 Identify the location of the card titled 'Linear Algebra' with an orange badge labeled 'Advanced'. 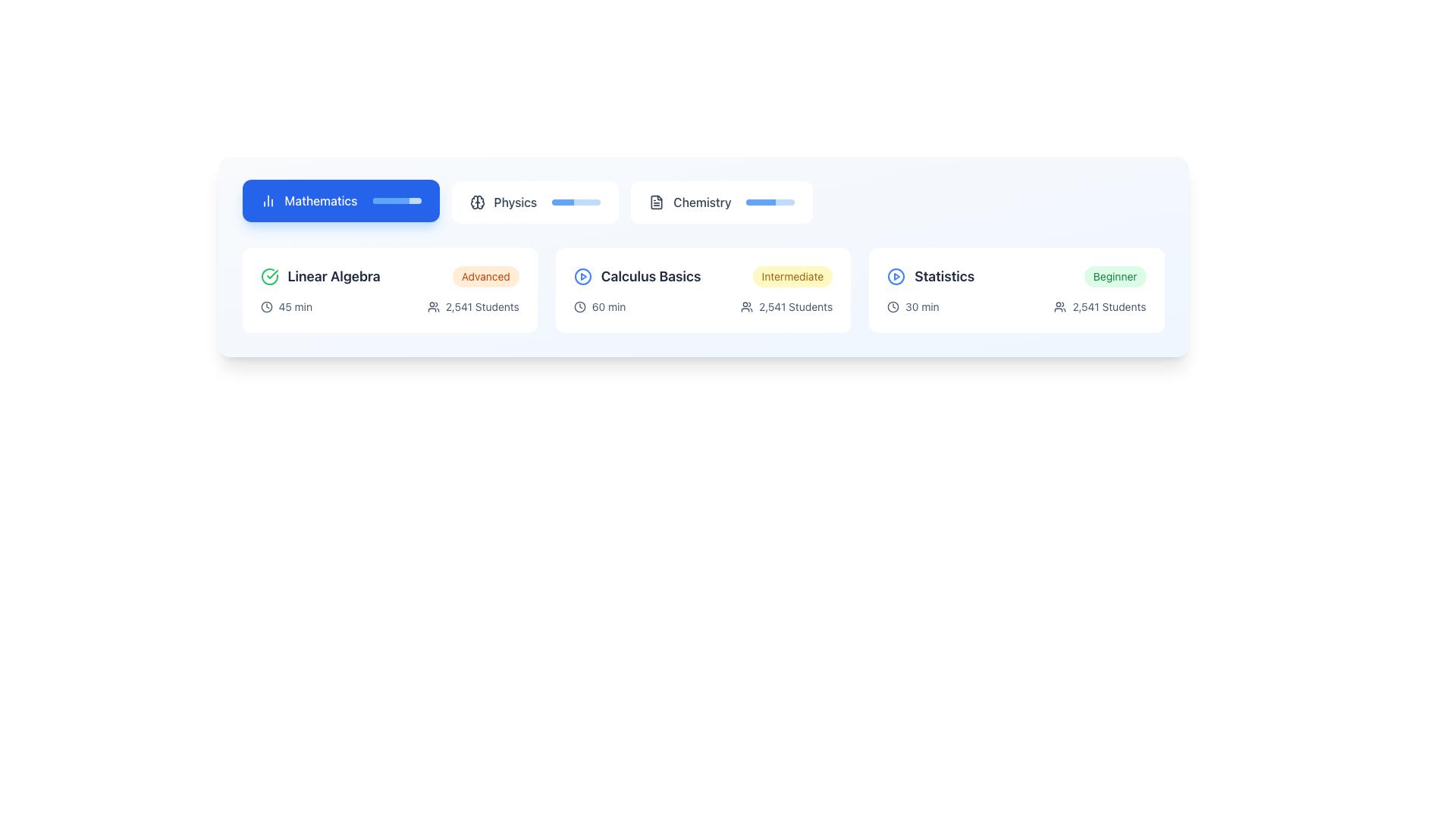
(390, 290).